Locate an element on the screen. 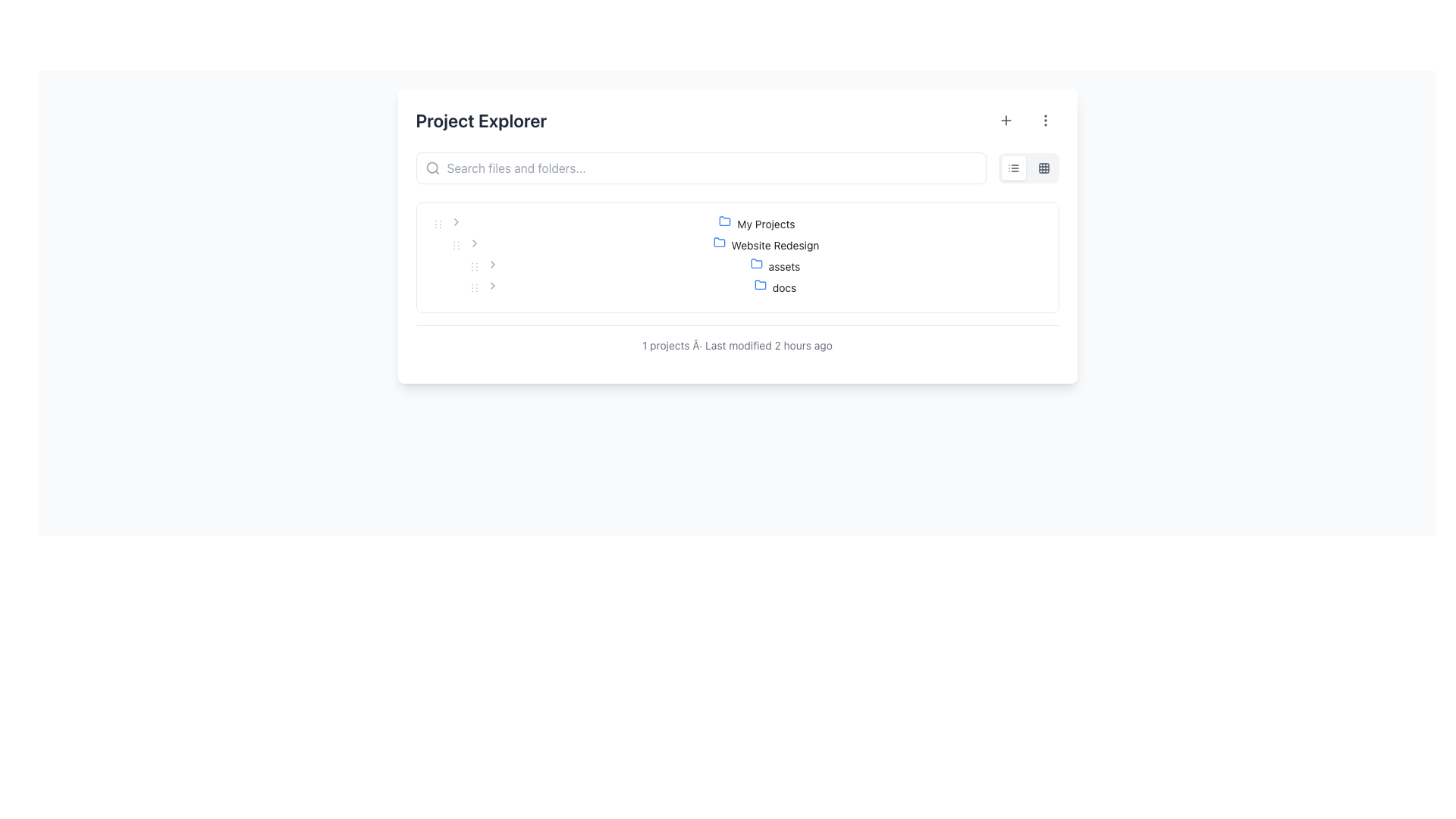 This screenshot has height=819, width=1456. the folder icon is located at coordinates (763, 288).